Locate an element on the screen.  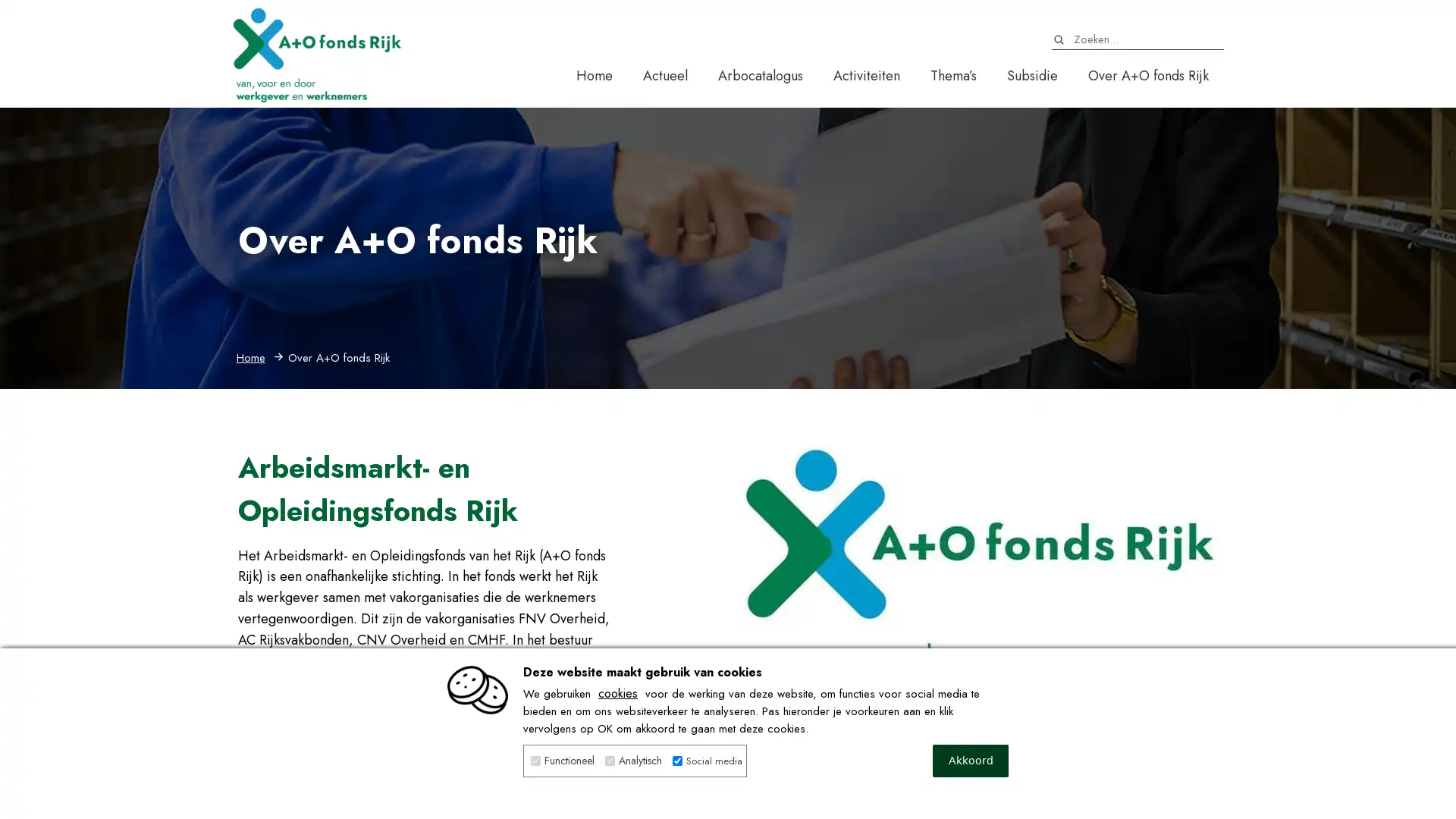
Akkoord is located at coordinates (971, 761).